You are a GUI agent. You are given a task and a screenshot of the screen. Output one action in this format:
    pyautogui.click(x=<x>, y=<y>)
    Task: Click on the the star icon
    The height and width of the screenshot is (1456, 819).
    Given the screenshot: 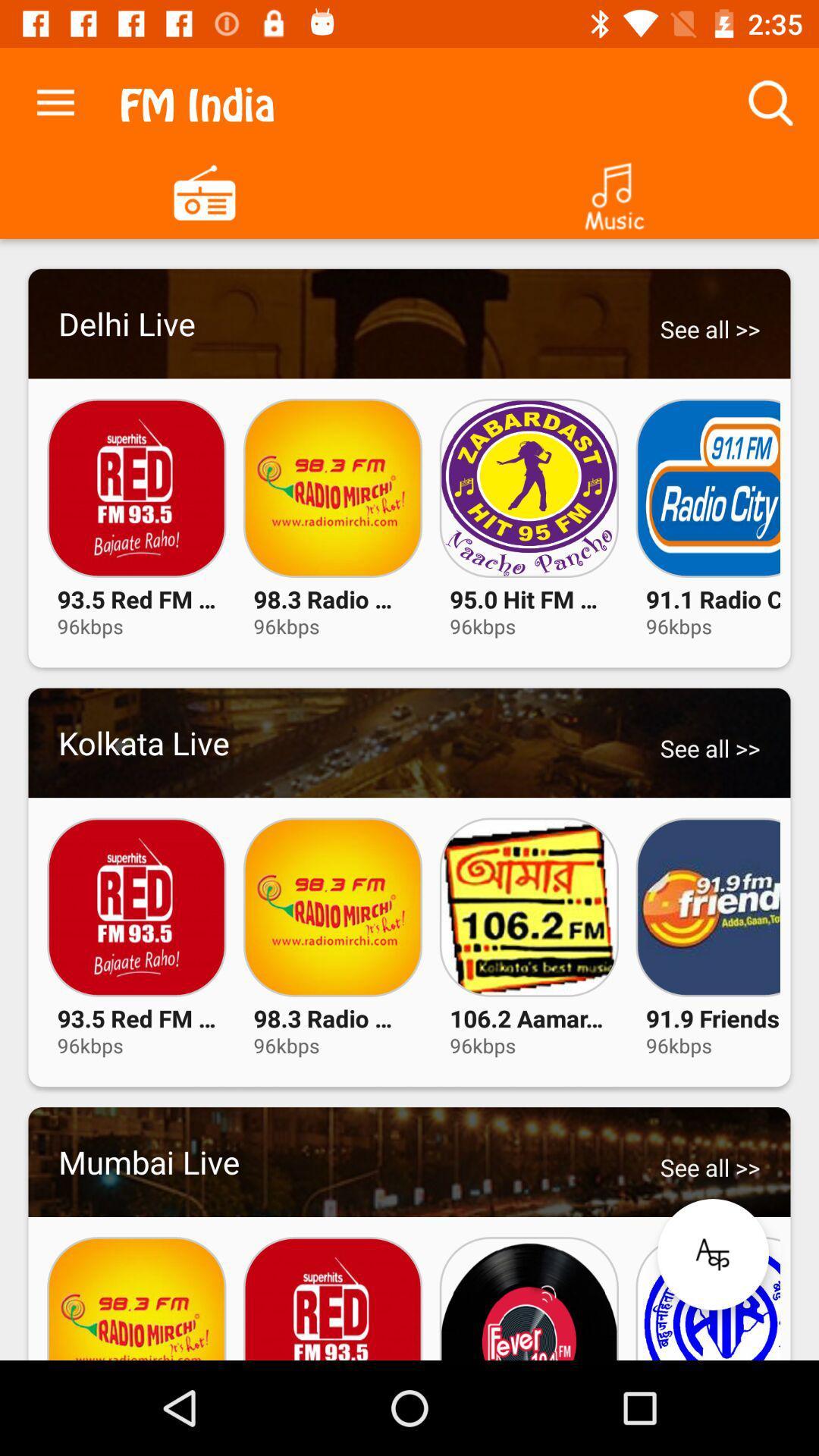 What is the action you would take?
    pyautogui.click(x=713, y=1254)
    